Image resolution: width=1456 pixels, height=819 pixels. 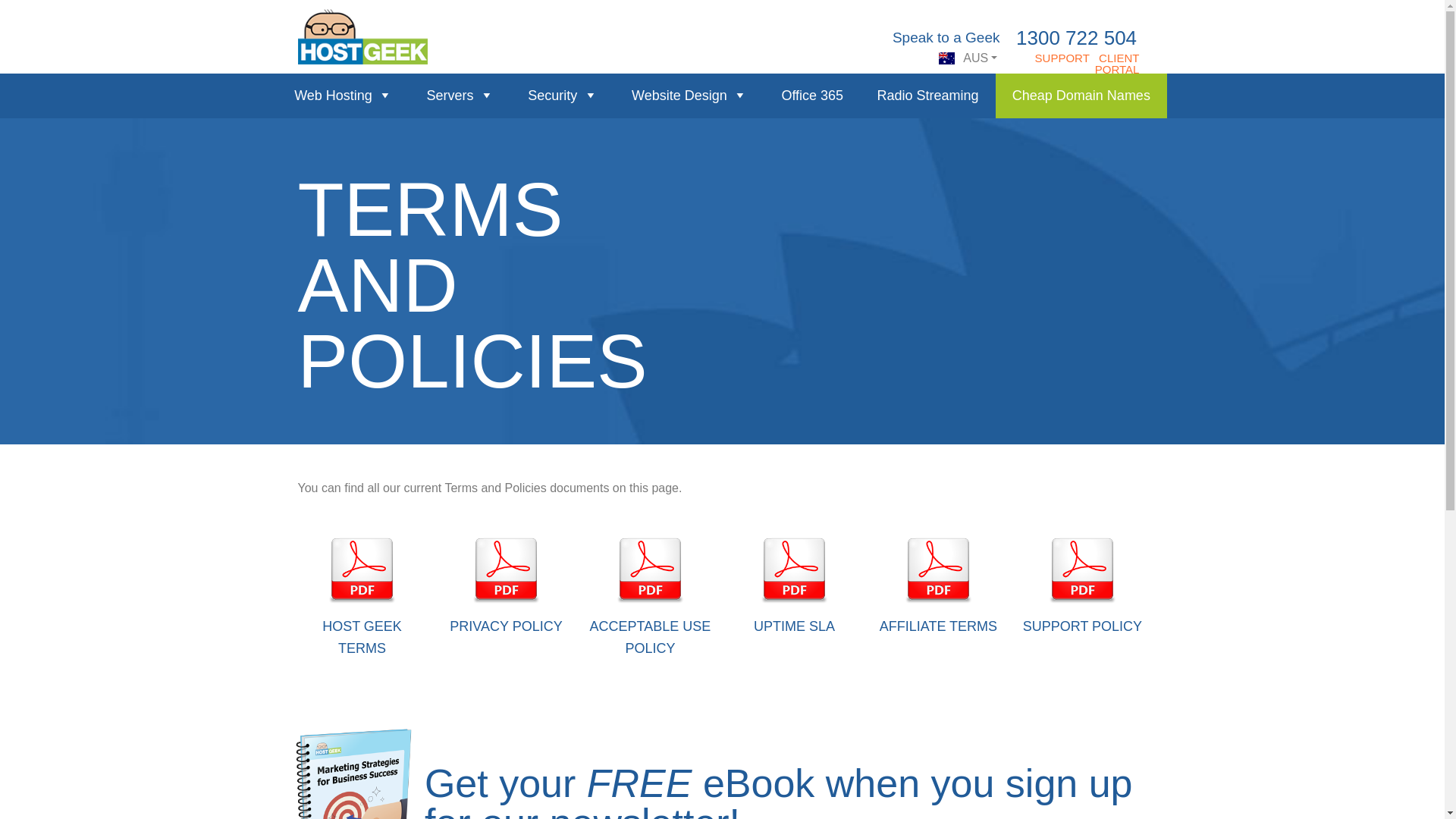 I want to click on 'Security', so click(x=562, y=96).